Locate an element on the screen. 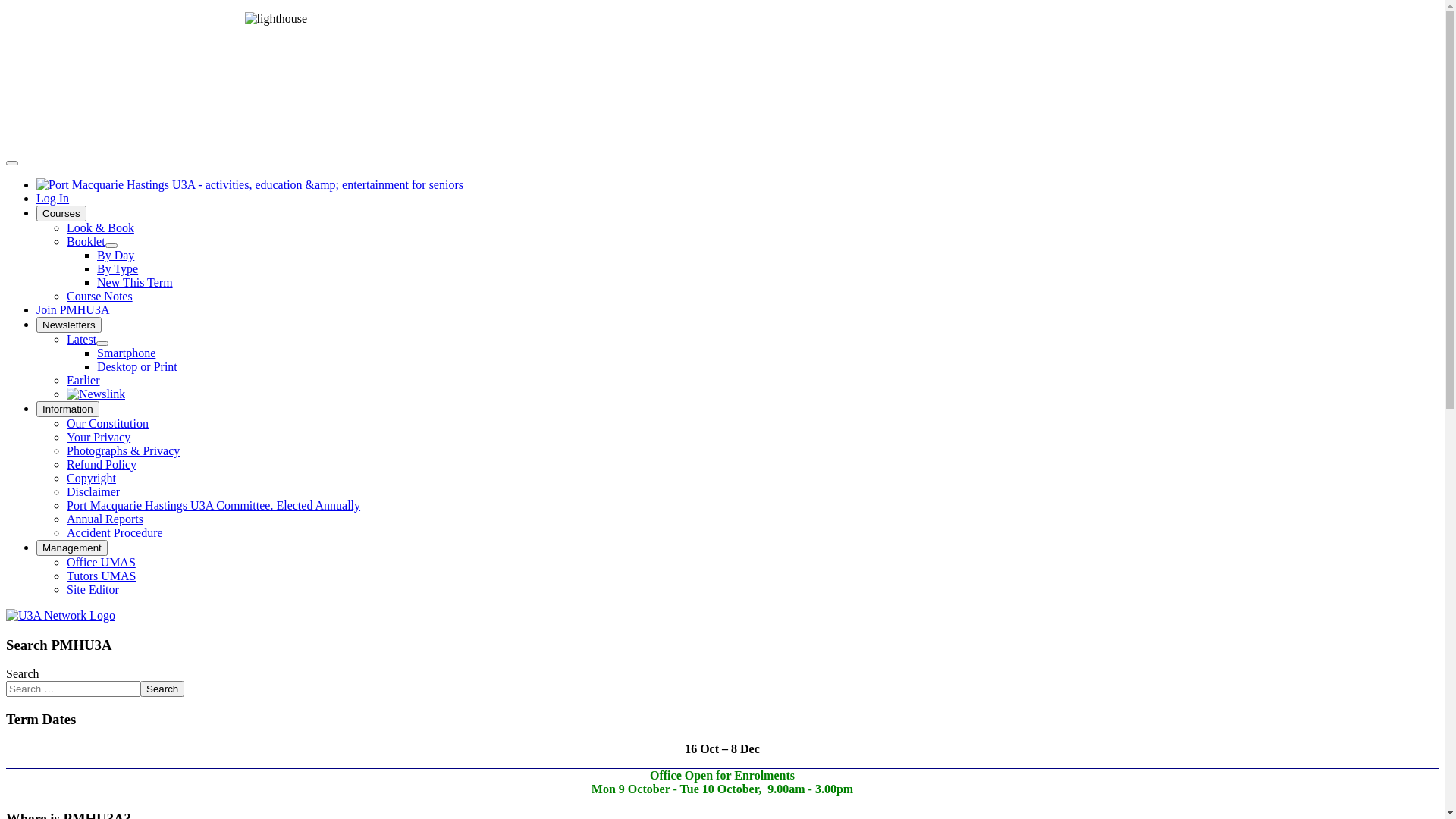 This screenshot has width=1456, height=819. 'Latest' is located at coordinates (80, 338).